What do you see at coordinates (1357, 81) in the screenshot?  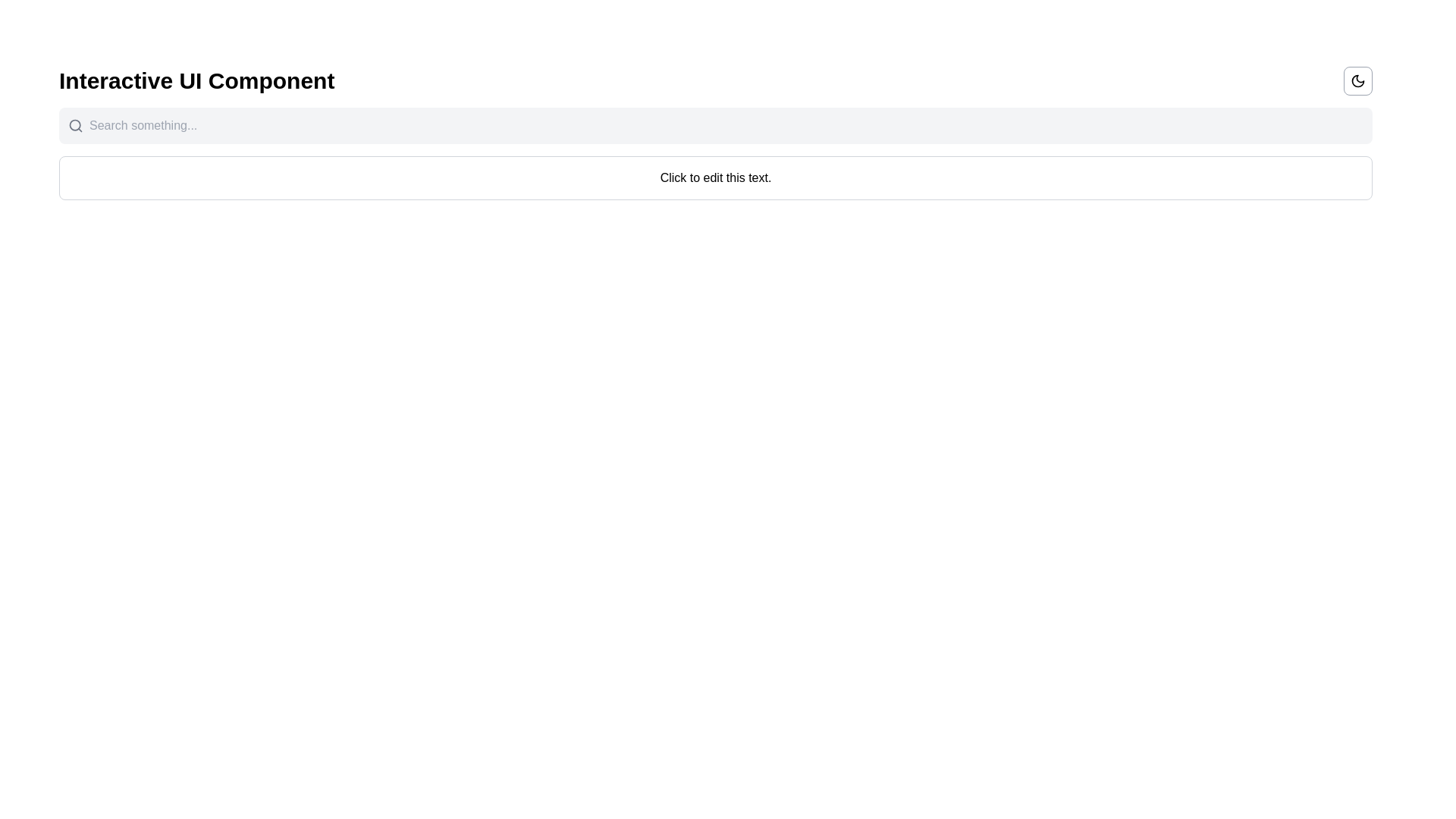 I see `the crescent moon icon located` at bounding box center [1357, 81].